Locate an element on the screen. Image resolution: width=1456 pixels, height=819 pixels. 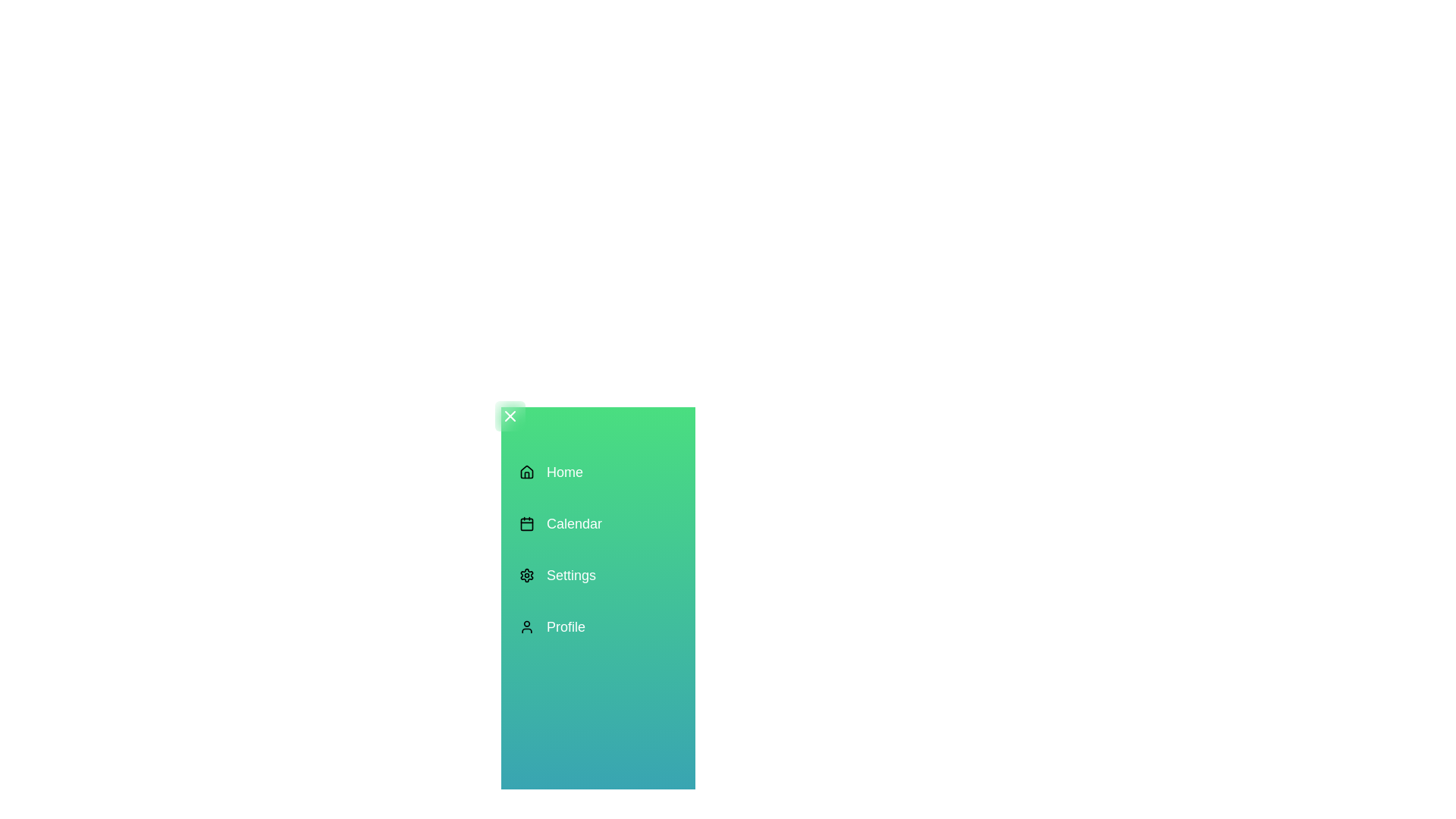
the cogwheel-shaped settings icon is located at coordinates (527, 576).